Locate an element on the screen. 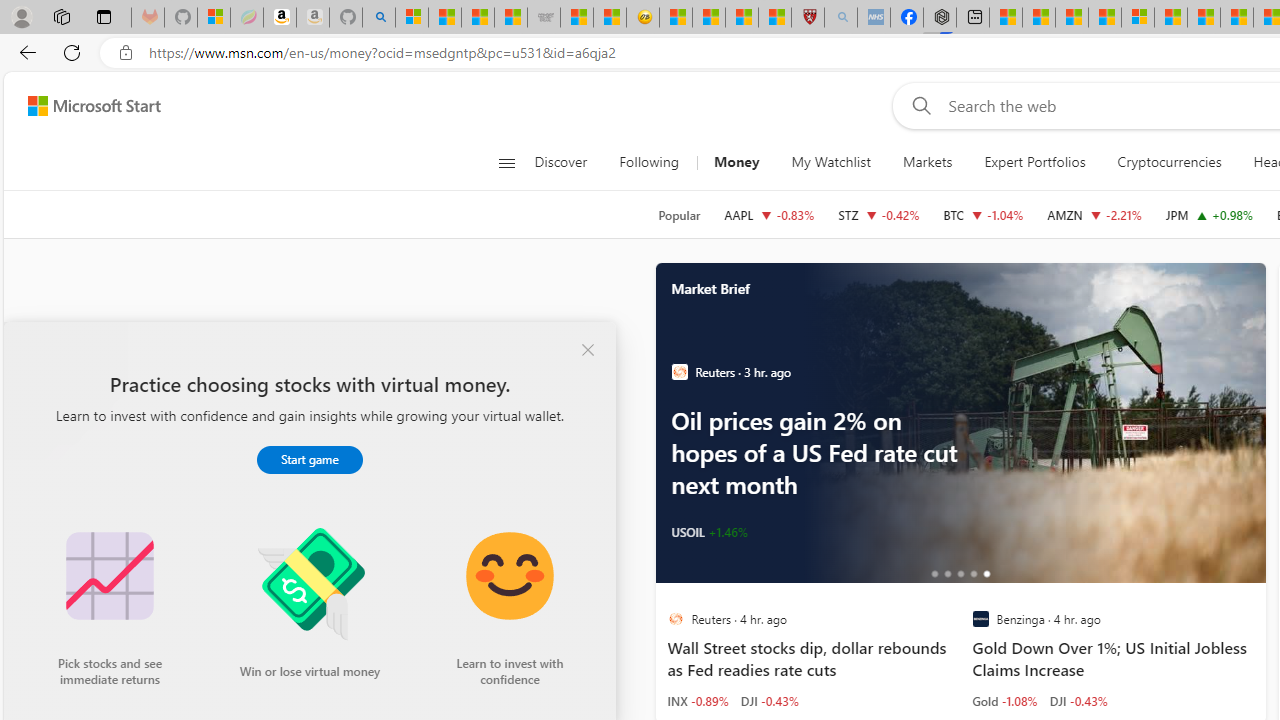 Image resolution: width=1280 pixels, height=720 pixels. 'Money' is located at coordinates (735, 162).